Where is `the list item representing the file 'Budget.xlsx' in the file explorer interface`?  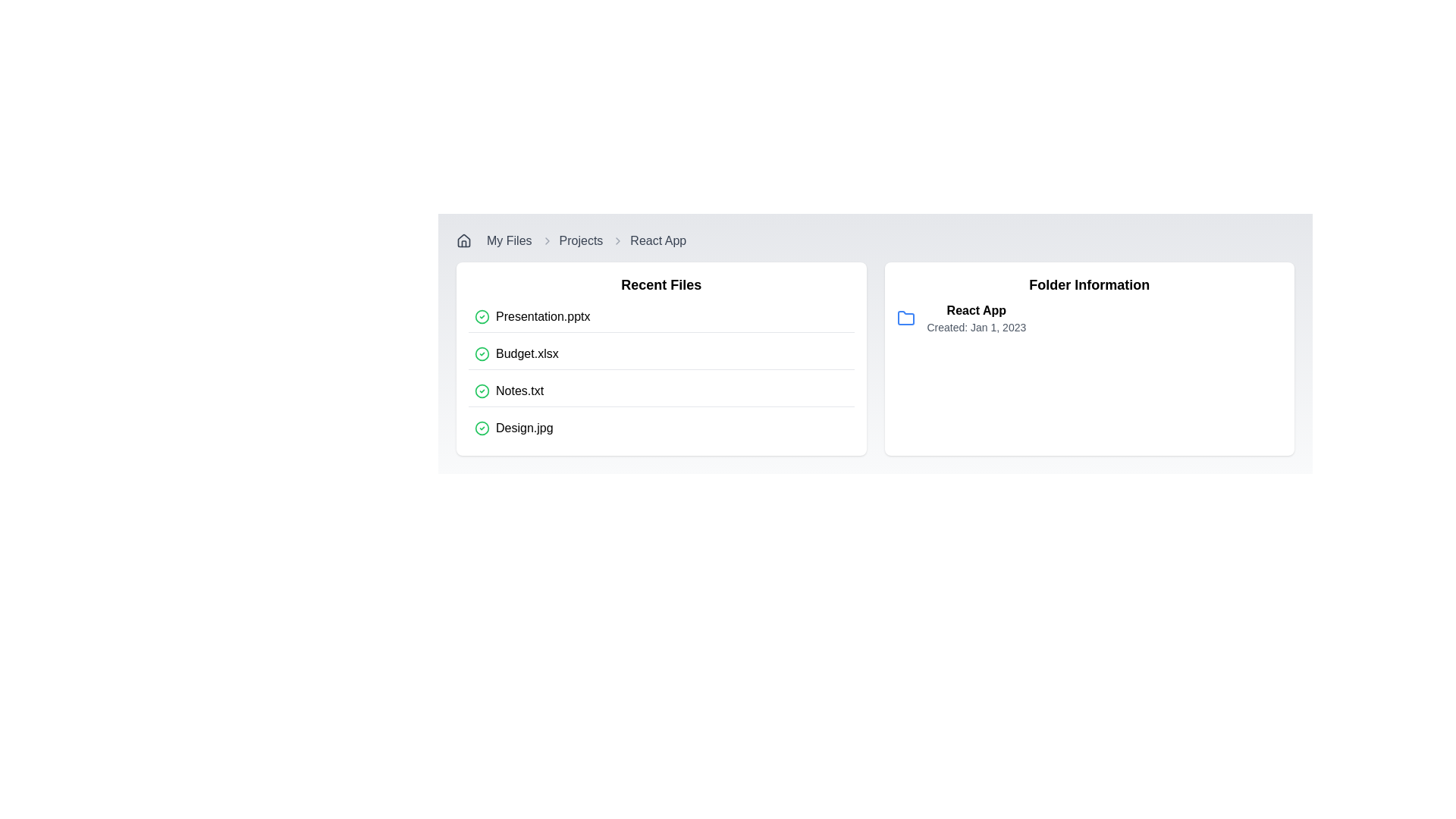 the list item representing the file 'Budget.xlsx' in the file explorer interface is located at coordinates (661, 354).